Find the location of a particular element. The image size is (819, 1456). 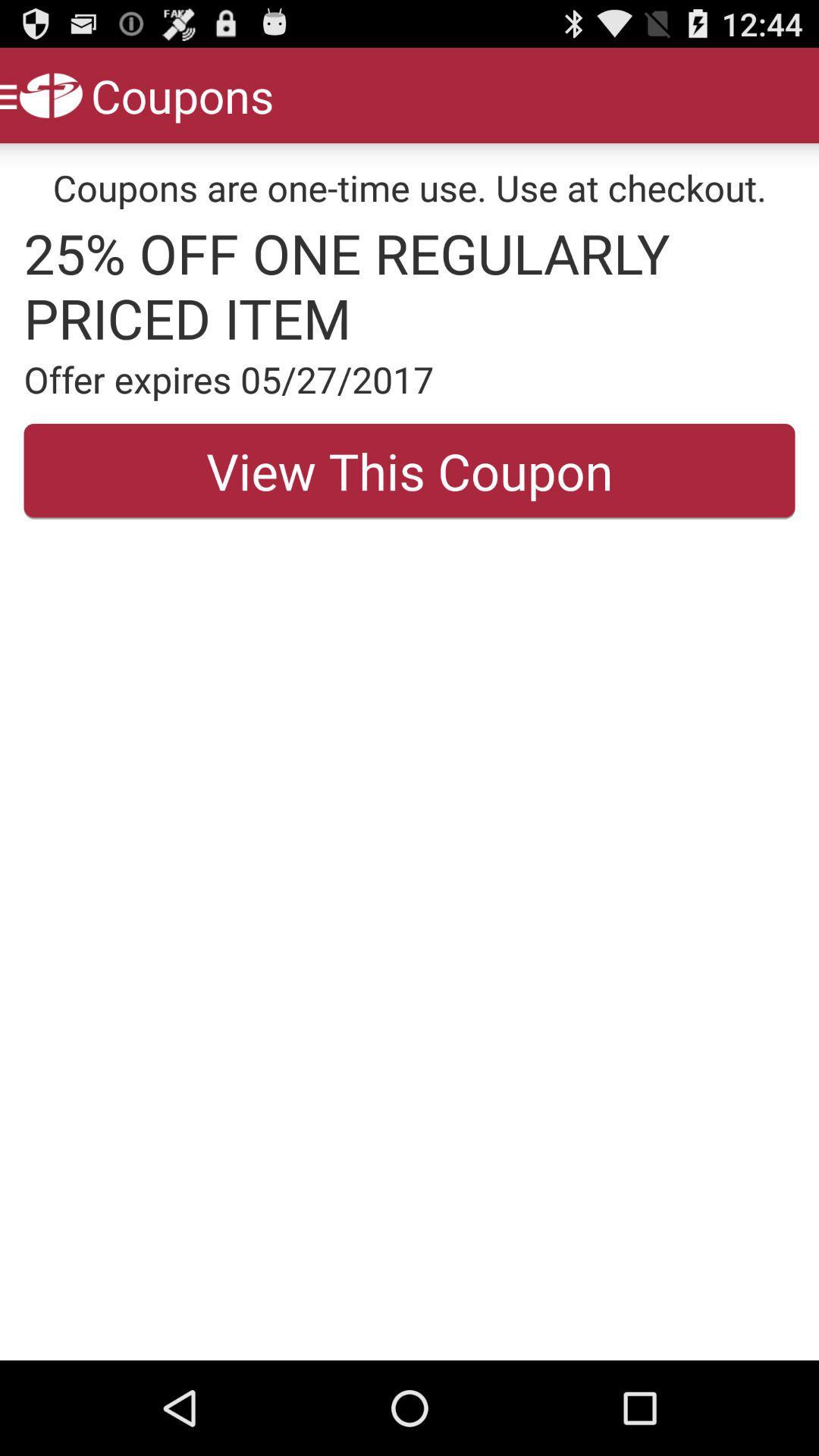

the item below the offer expires 05 icon is located at coordinates (409, 470).